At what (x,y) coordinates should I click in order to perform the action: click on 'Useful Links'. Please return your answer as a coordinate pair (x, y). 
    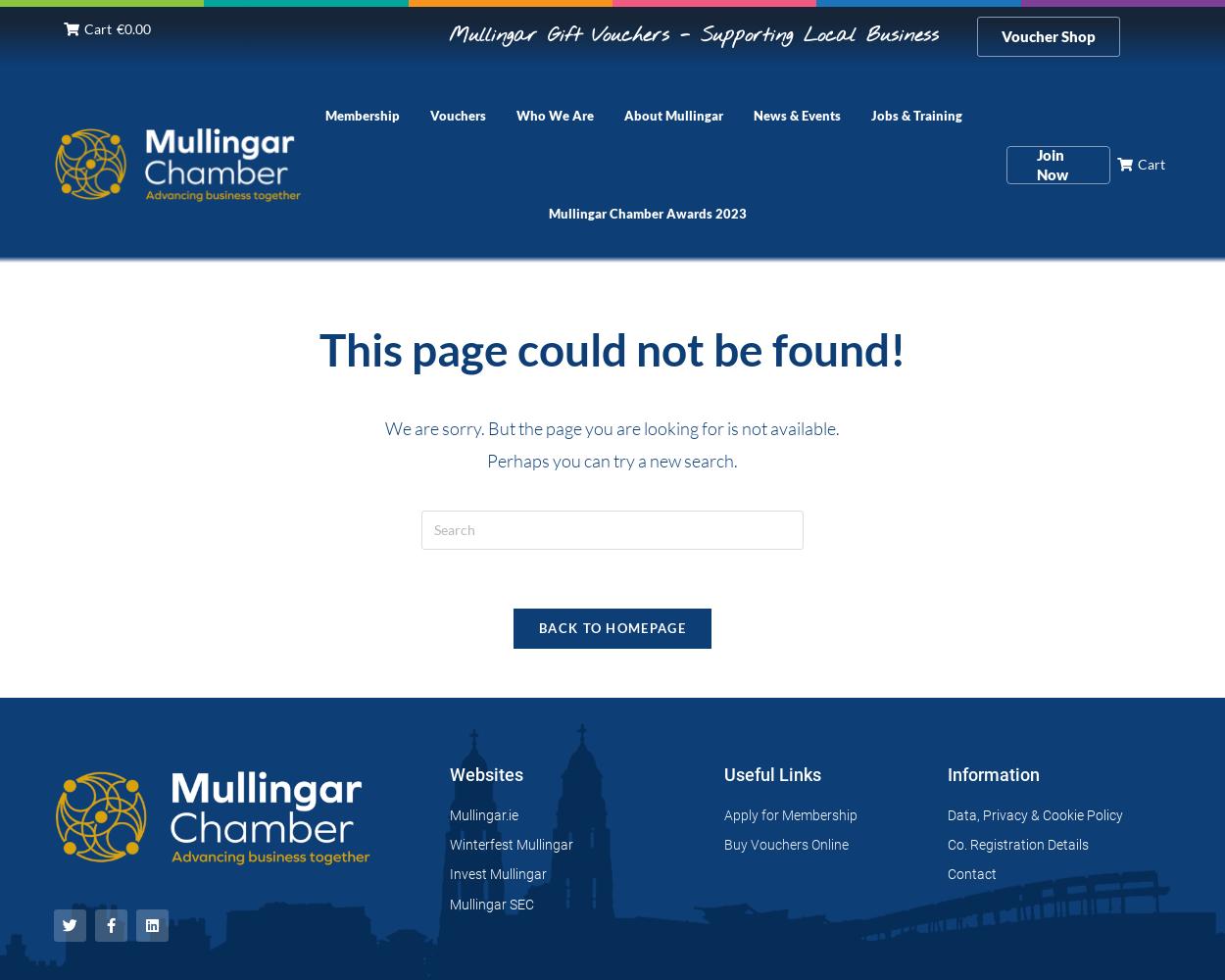
    Looking at the image, I should click on (771, 773).